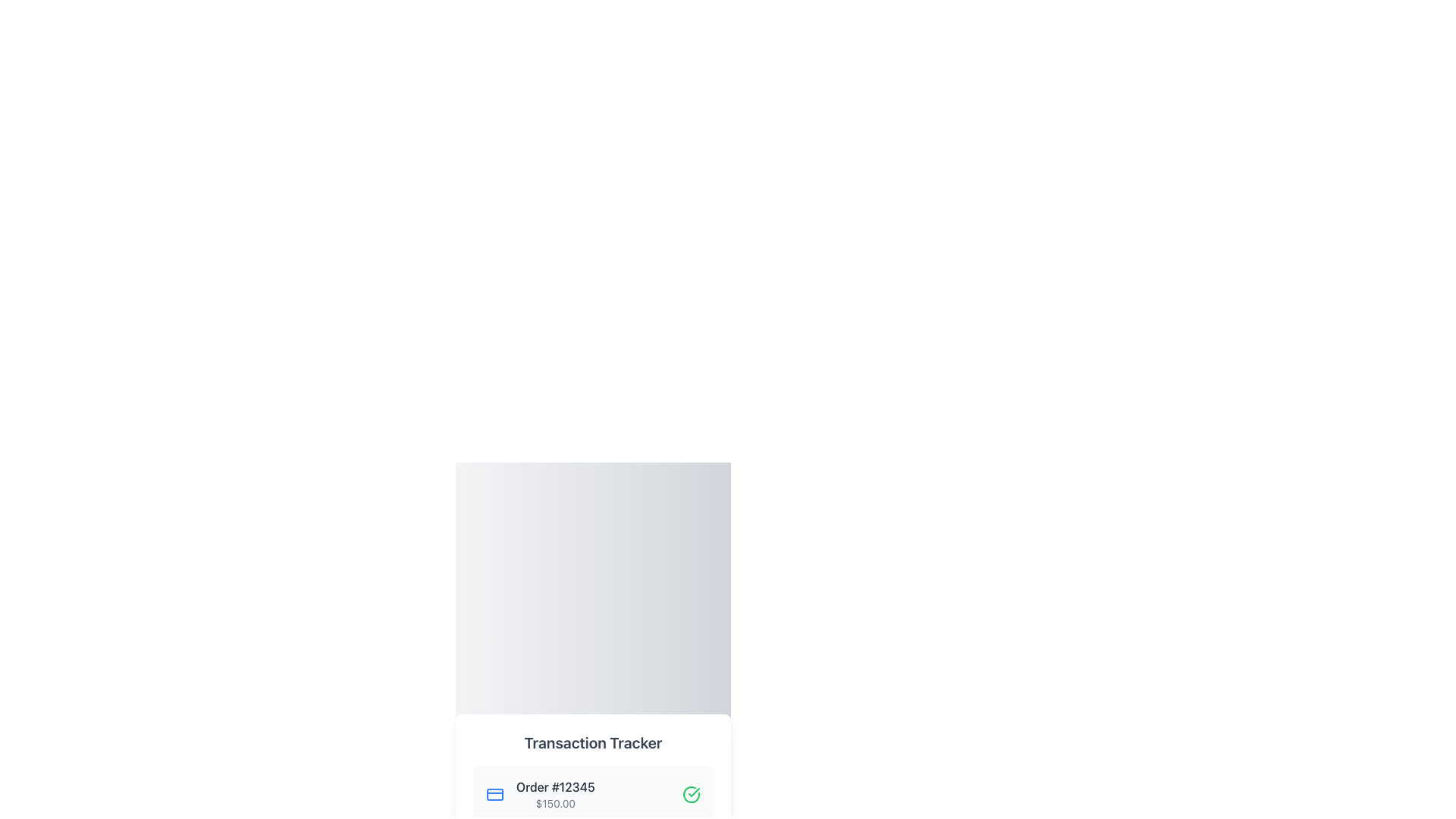 The height and width of the screenshot is (819, 1456). I want to click on the state of the status indicator icon located in the top right corner of the order details card, which confirms that order #12345 has been successfully completed, so click(691, 794).